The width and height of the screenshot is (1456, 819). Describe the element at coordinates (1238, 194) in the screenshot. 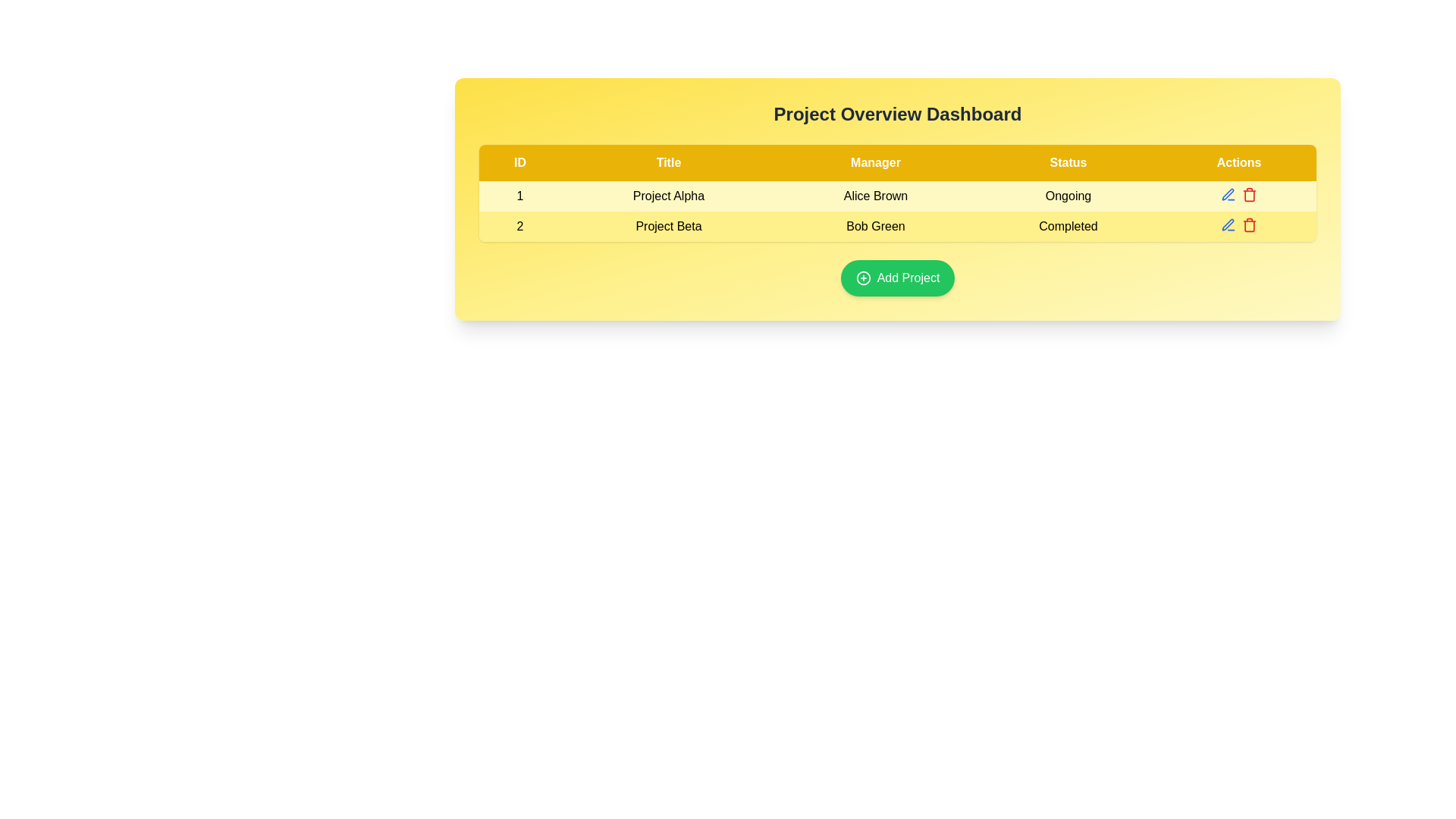

I see `the edit icon in the action group for the entry labeled '1' with project title 'Project Alpha'` at that location.